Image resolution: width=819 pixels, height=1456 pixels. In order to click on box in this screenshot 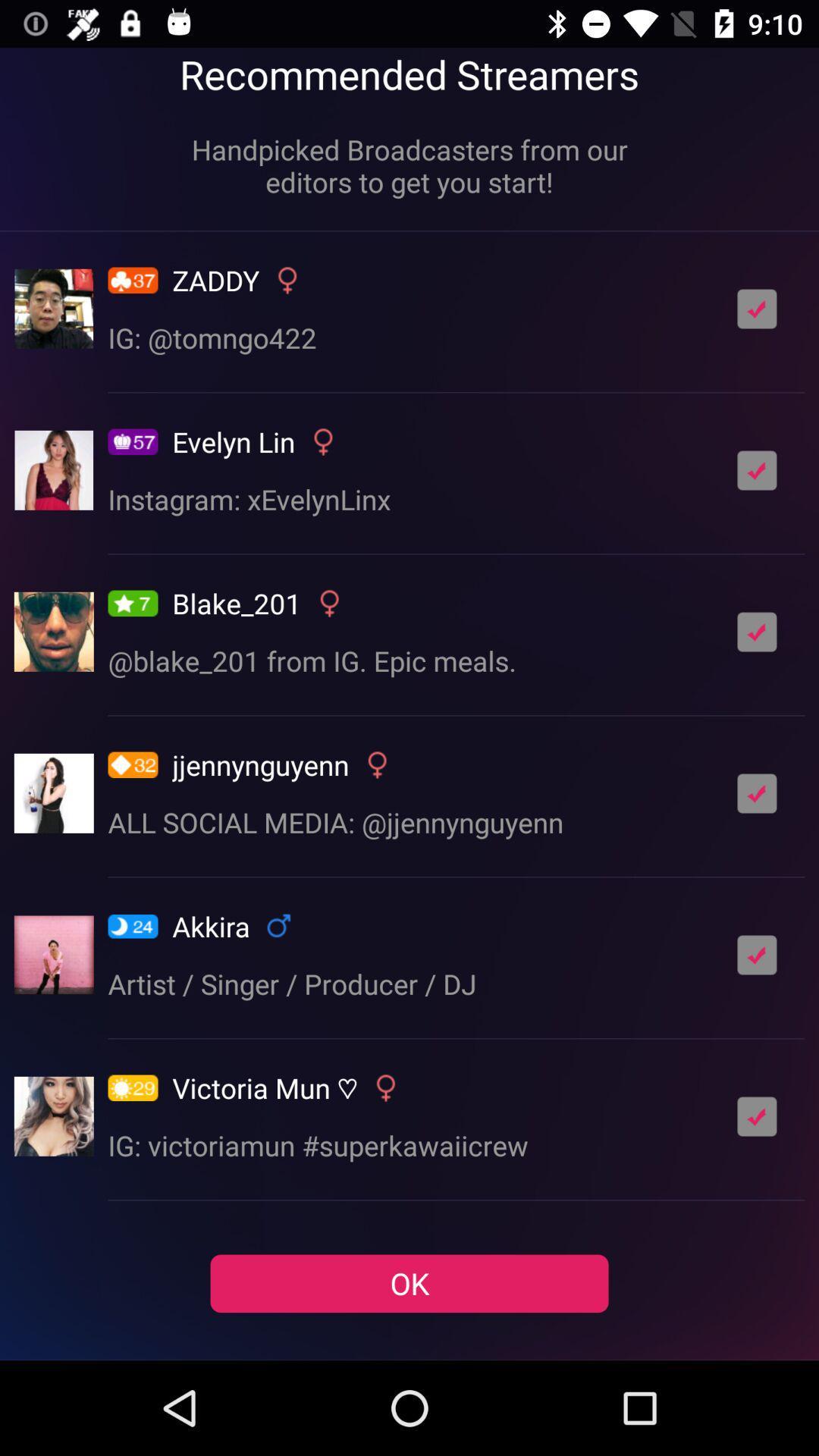, I will do `click(757, 469)`.